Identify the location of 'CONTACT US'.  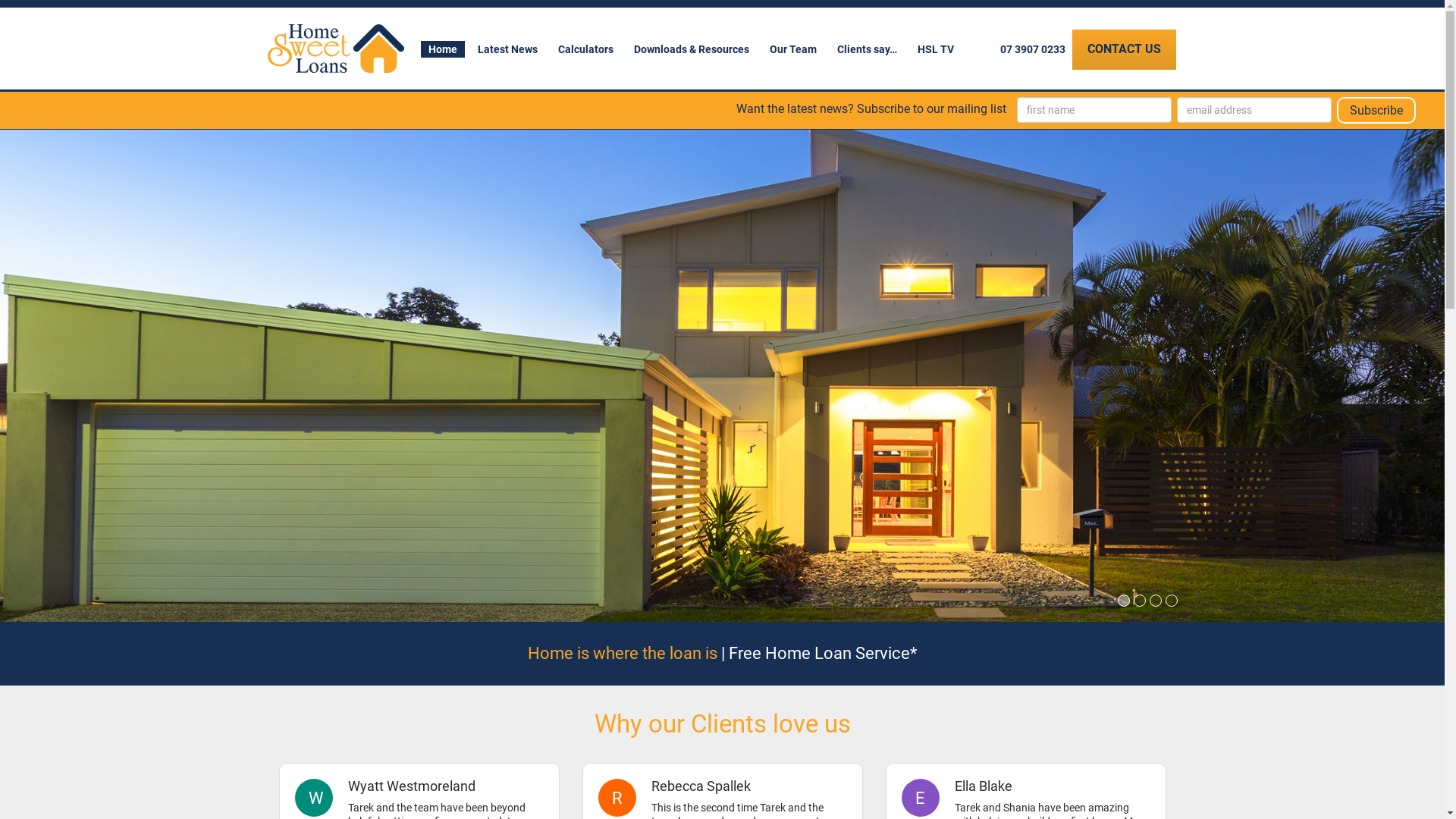
(1124, 49).